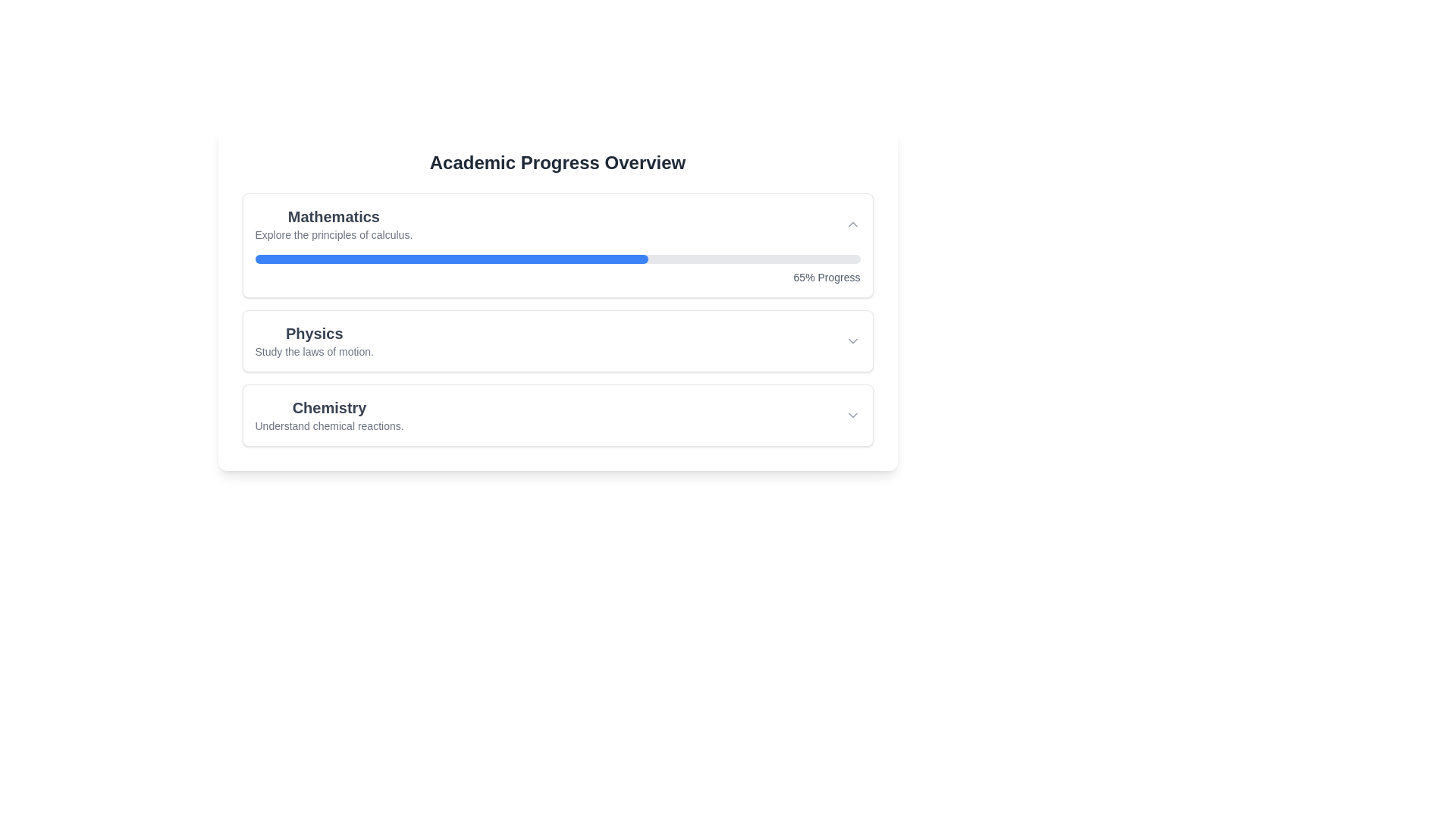 The height and width of the screenshot is (819, 1456). What do you see at coordinates (852, 341) in the screenshot?
I see `the Icon button styled as a dropdown indicator located in the second card of the 'Physics' section` at bounding box center [852, 341].